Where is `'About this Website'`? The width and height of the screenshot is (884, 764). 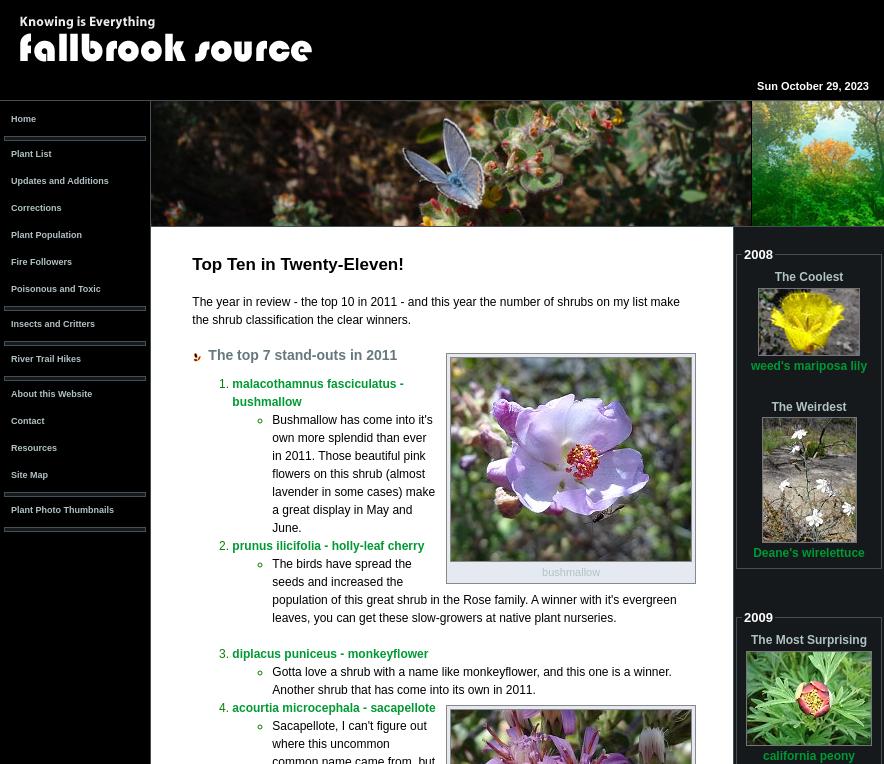 'About this Website' is located at coordinates (50, 392).